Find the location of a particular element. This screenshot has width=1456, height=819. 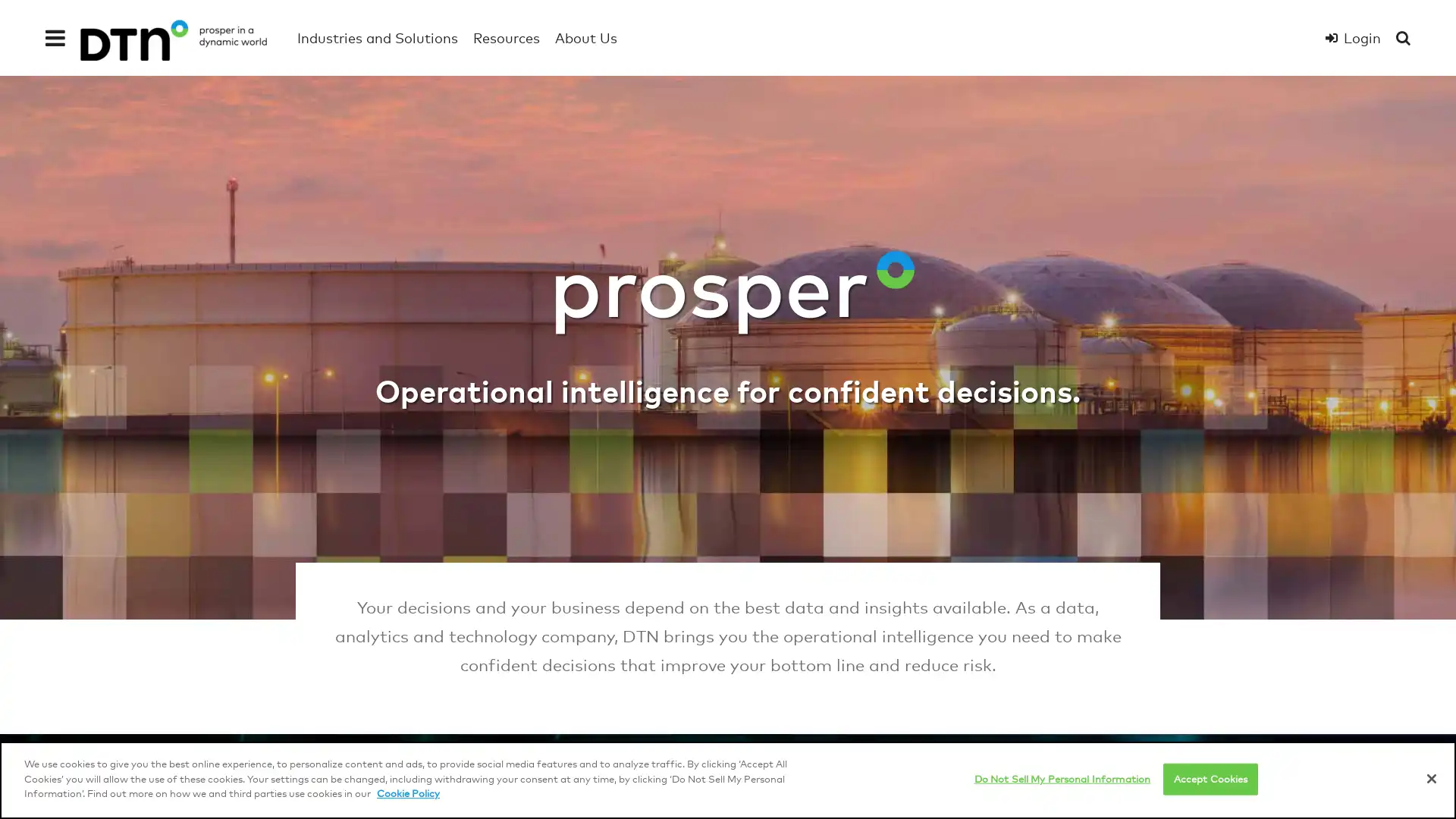

Accept Cookies is located at coordinates (1210, 778).